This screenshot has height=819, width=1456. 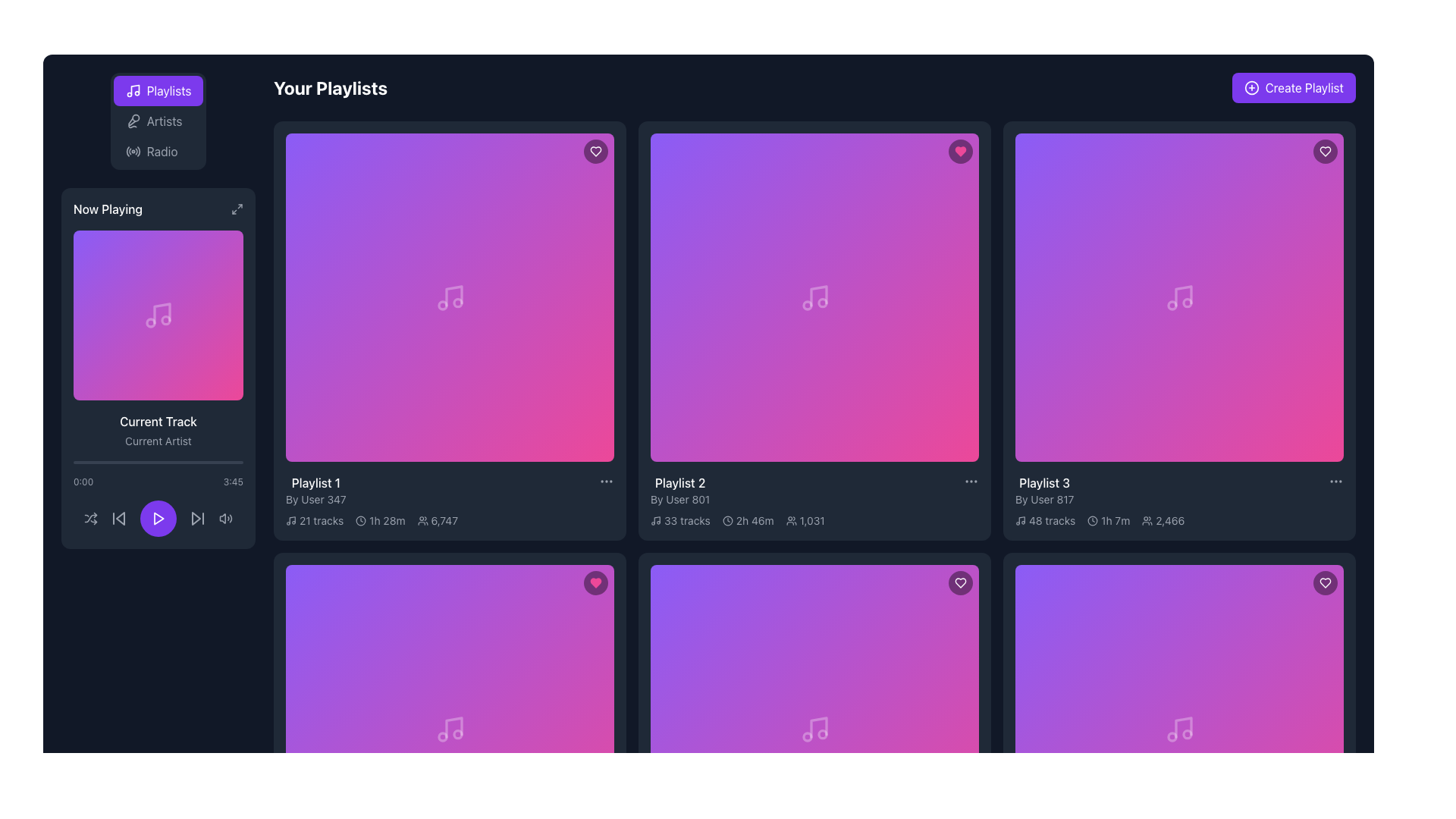 I want to click on the small circular button with a black translucent background and pink heart icon in the top-right corner of 'Playlist 2' to mark the playlist as favorite, so click(x=595, y=582).